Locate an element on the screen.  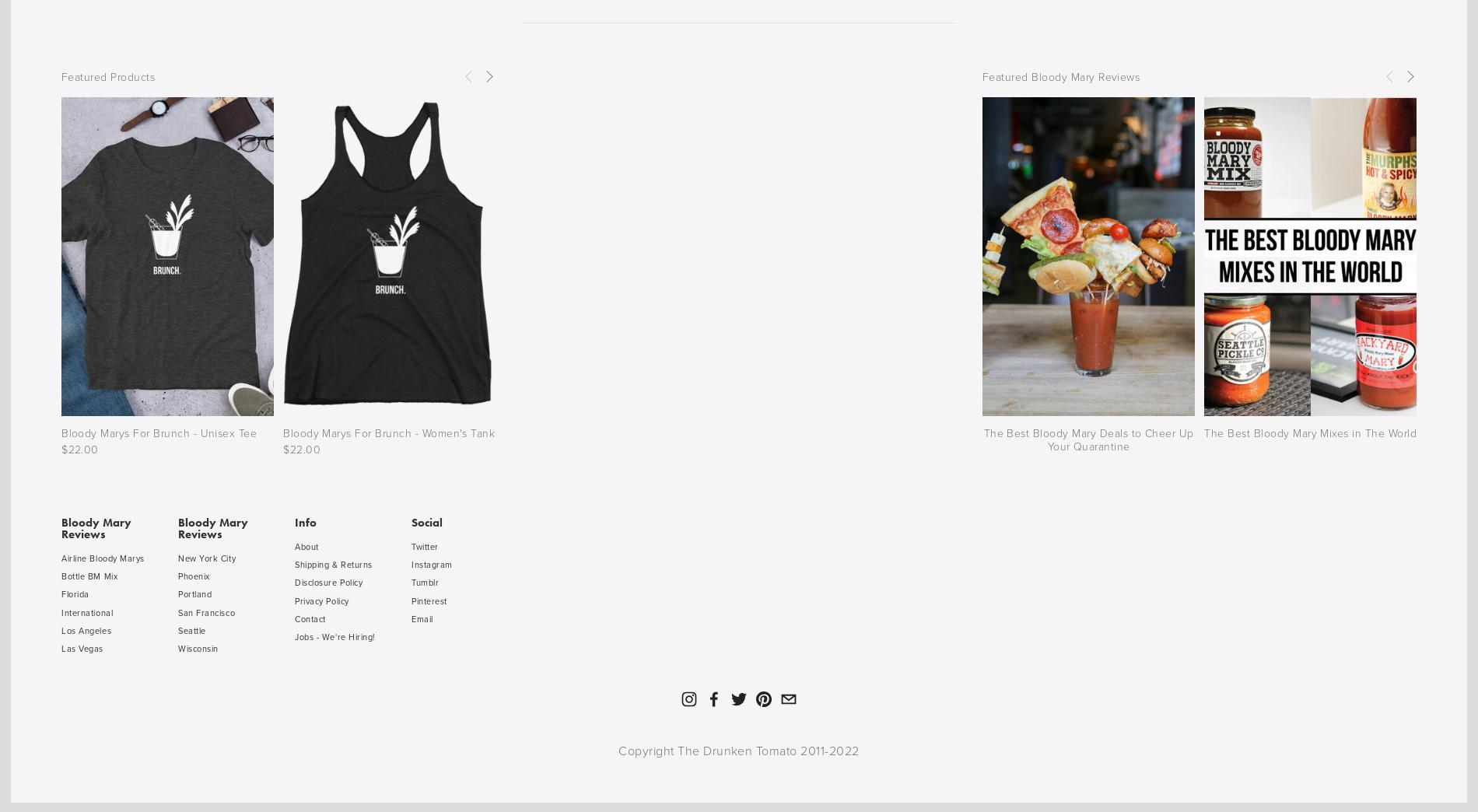
'Portland' is located at coordinates (194, 593).